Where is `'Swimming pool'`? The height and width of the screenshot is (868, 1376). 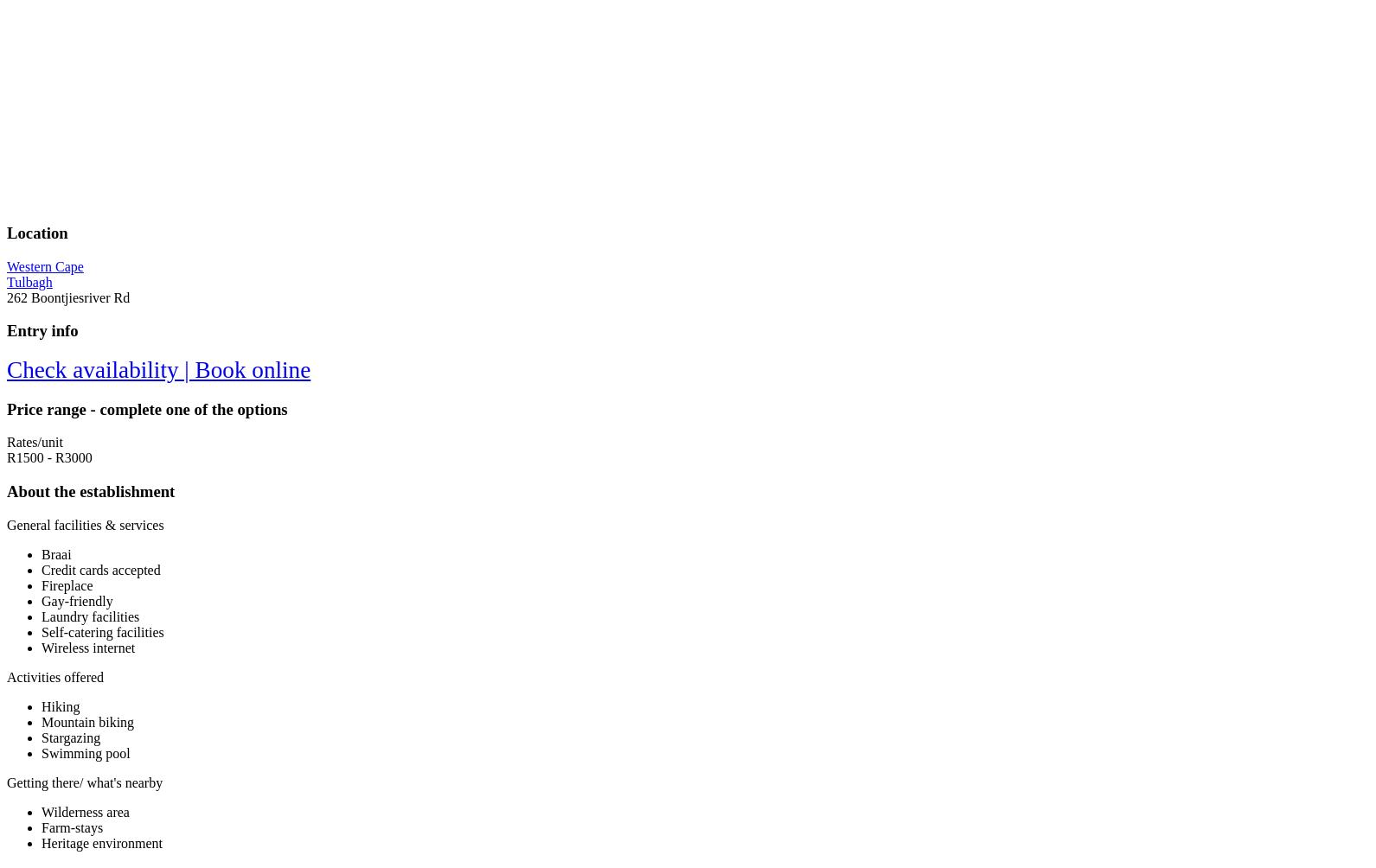
'Swimming pool' is located at coordinates (85, 752).